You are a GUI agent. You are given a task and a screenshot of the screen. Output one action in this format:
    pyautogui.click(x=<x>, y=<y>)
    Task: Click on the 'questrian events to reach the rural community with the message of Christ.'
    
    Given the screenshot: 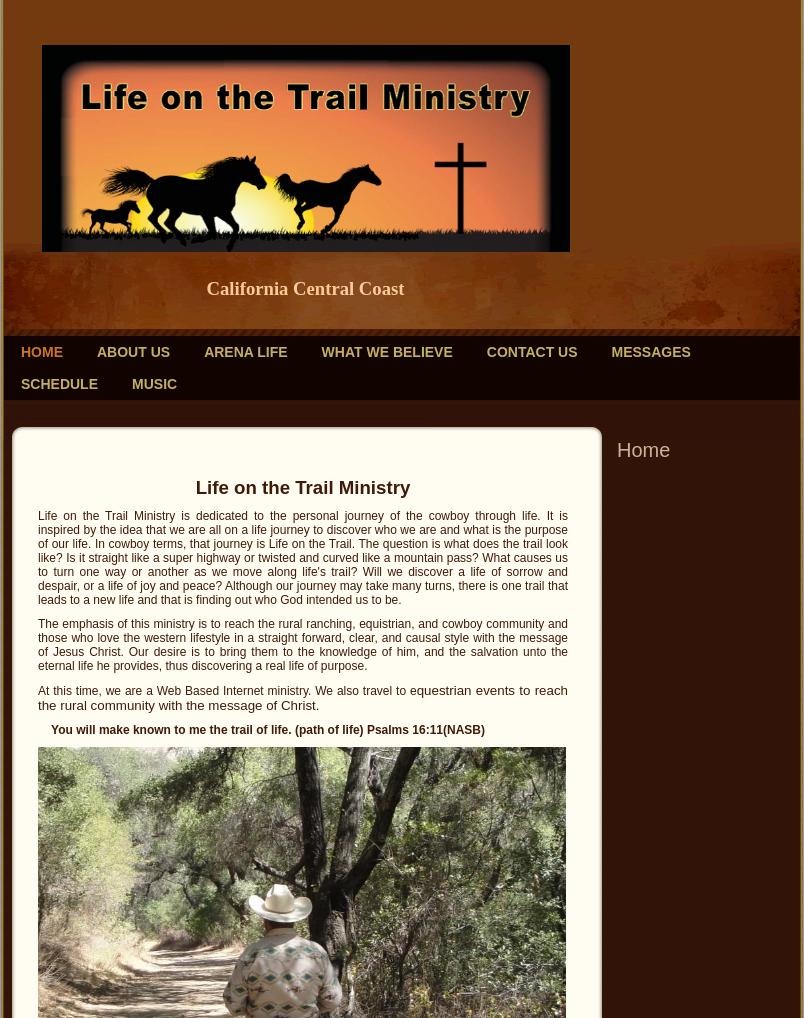 What is the action you would take?
    pyautogui.click(x=303, y=698)
    